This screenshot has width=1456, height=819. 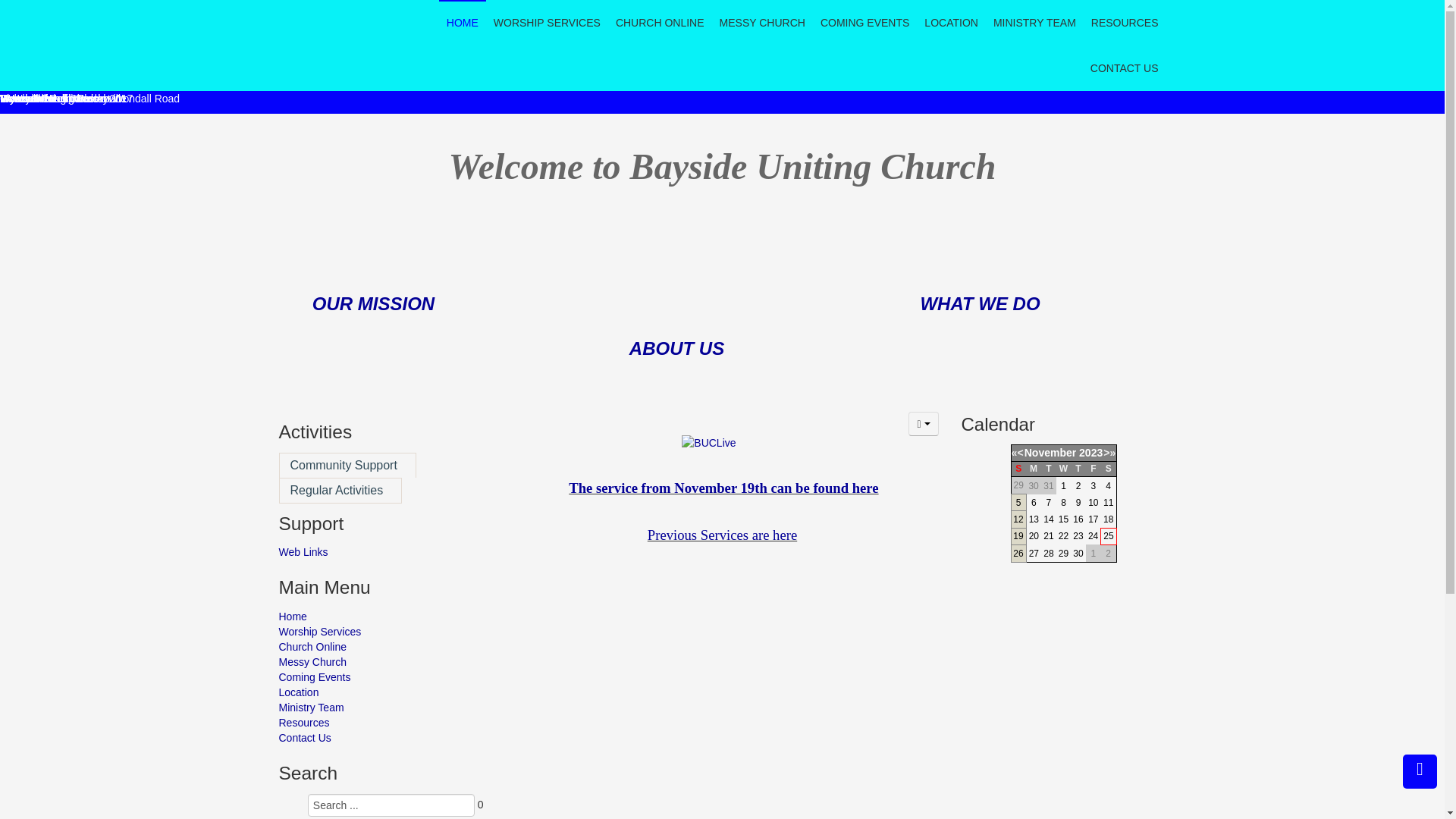 I want to click on '24', so click(x=1093, y=535).